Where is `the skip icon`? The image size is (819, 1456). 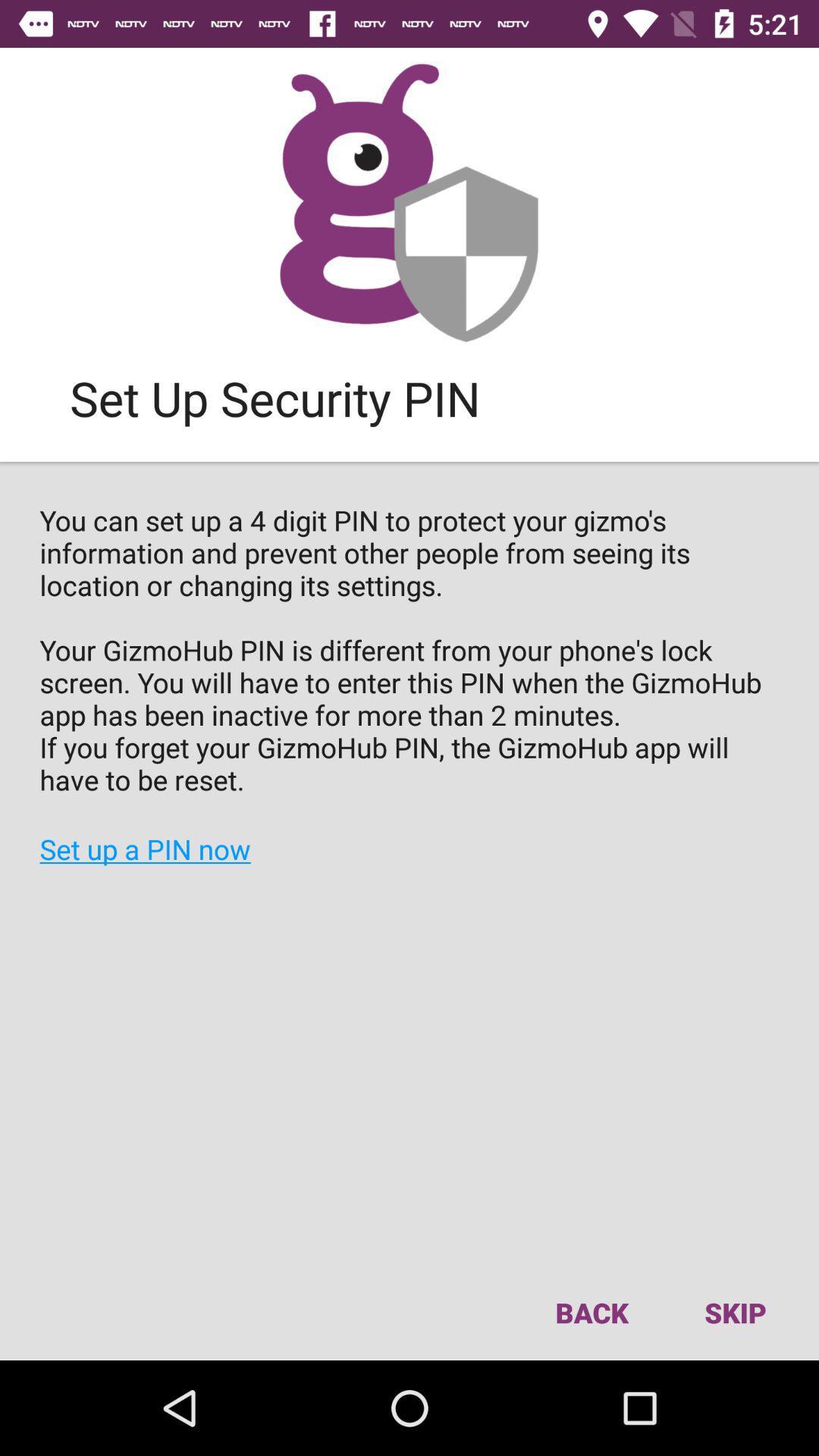 the skip icon is located at coordinates (734, 1312).